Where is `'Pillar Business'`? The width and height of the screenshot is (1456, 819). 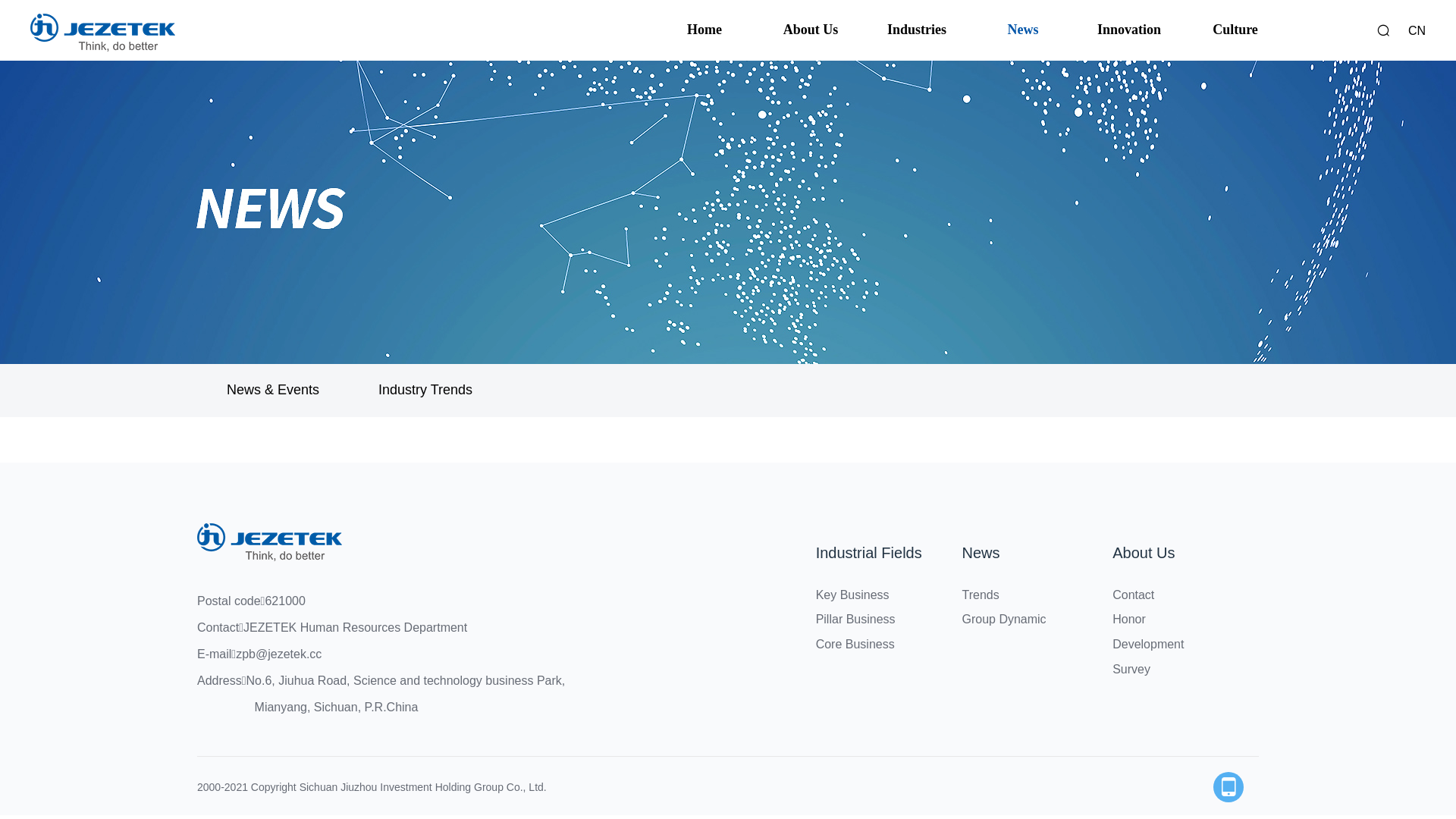
'Pillar Business' is located at coordinates (855, 619).